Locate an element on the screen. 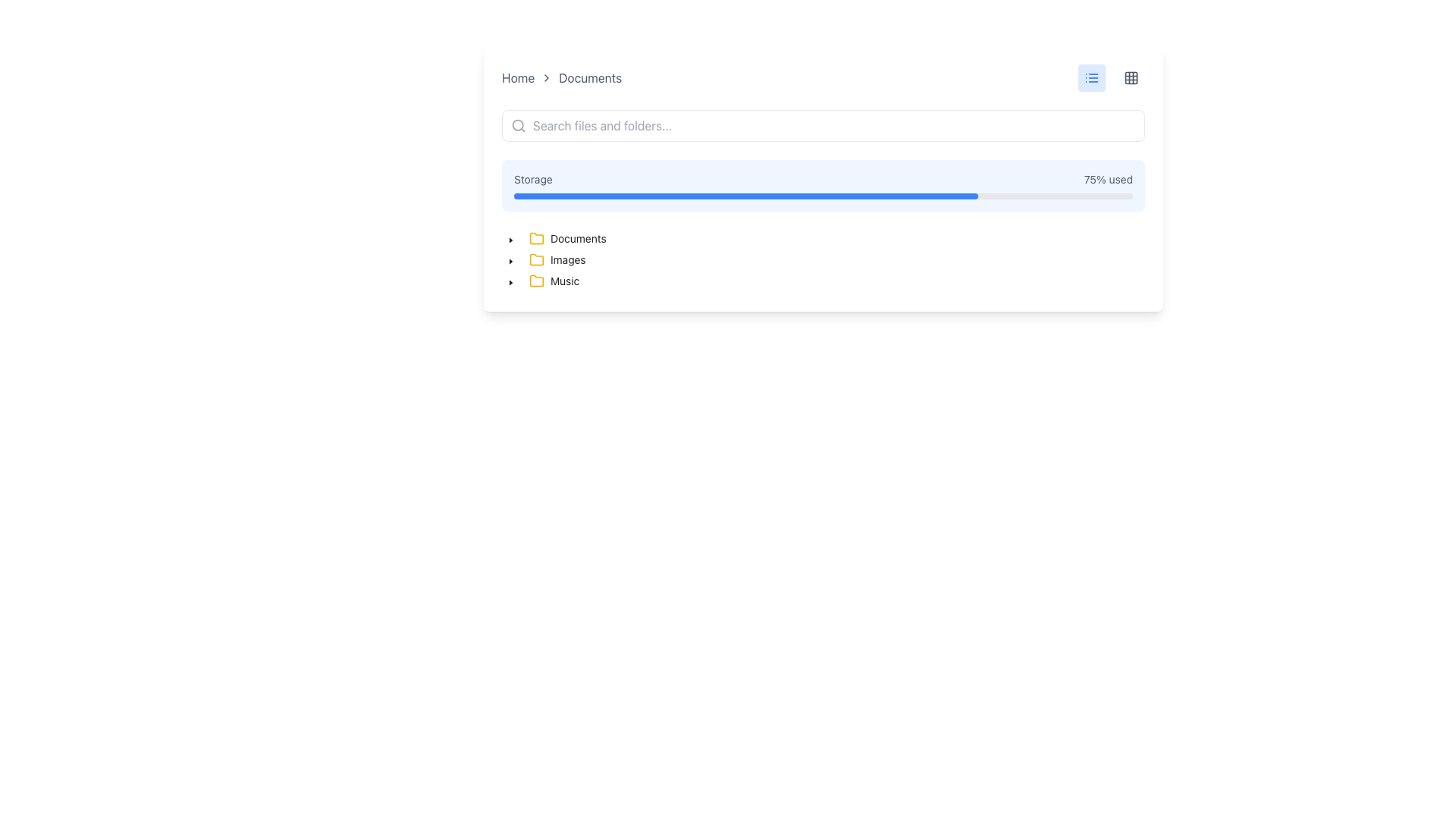  the icon button in the top-right corner of the interface is located at coordinates (1092, 78).